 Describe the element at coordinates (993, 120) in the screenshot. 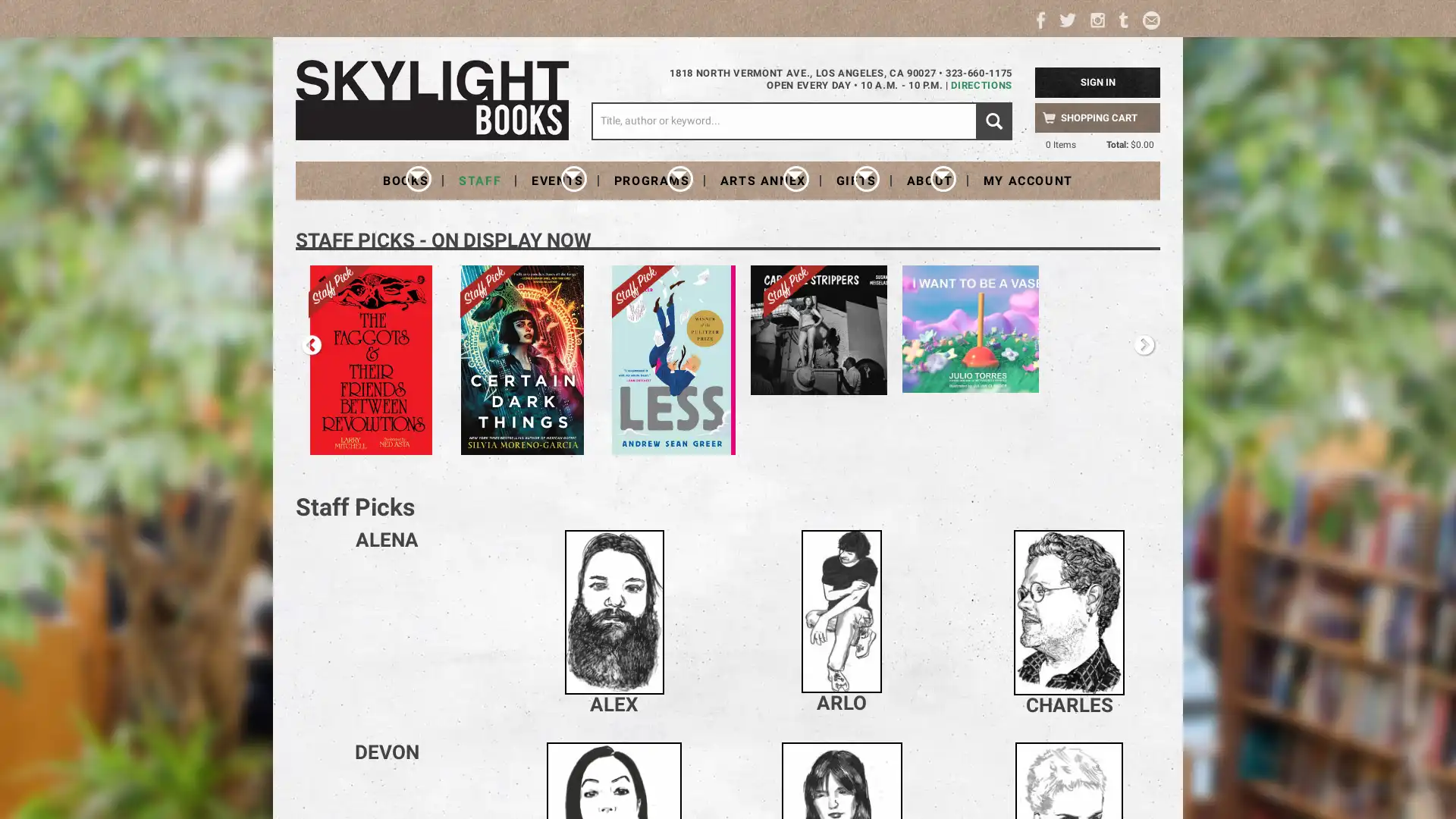

I see `search` at that location.